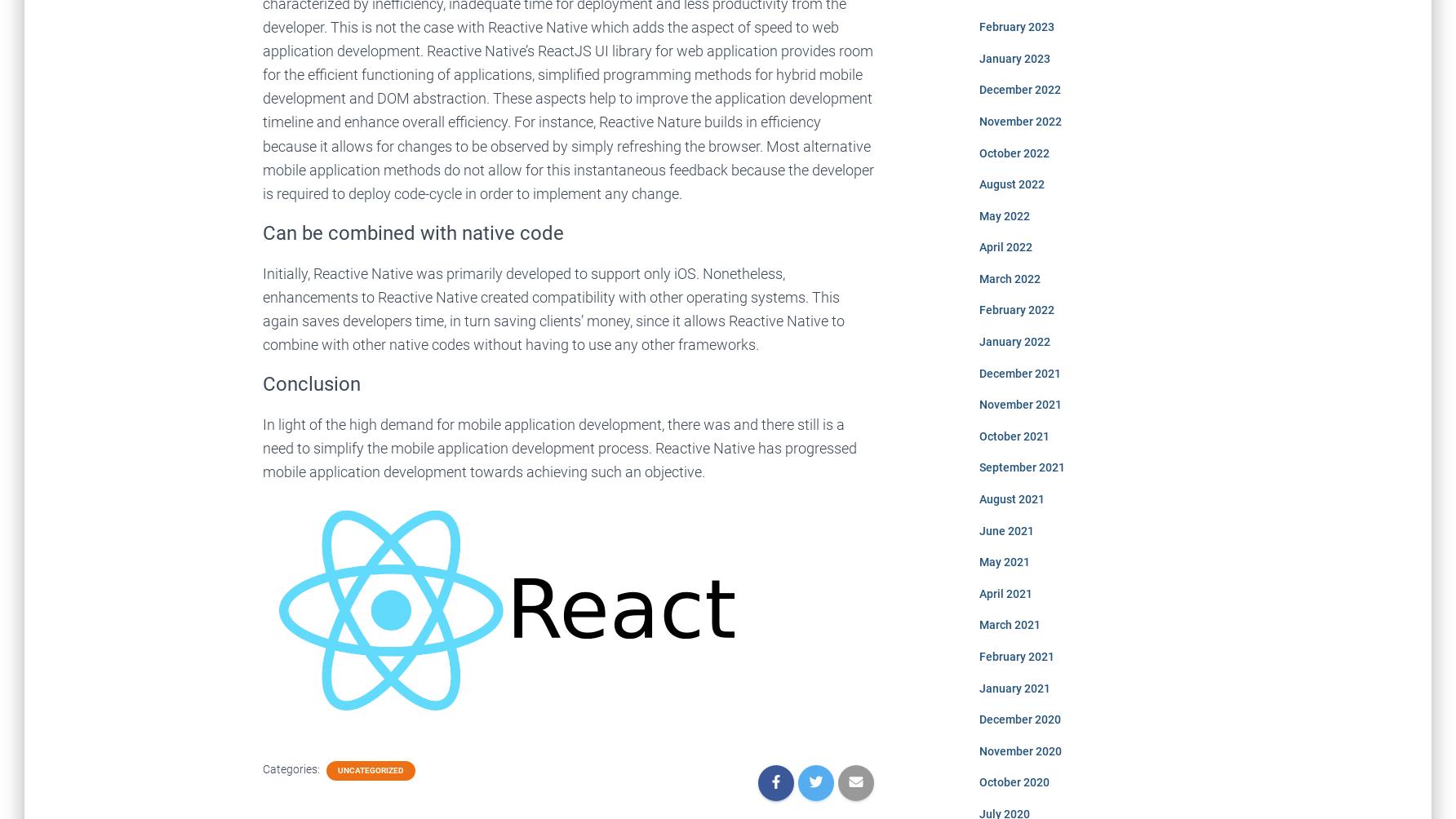 Image resolution: width=1456 pixels, height=819 pixels. I want to click on 'Uncategorized', so click(337, 769).